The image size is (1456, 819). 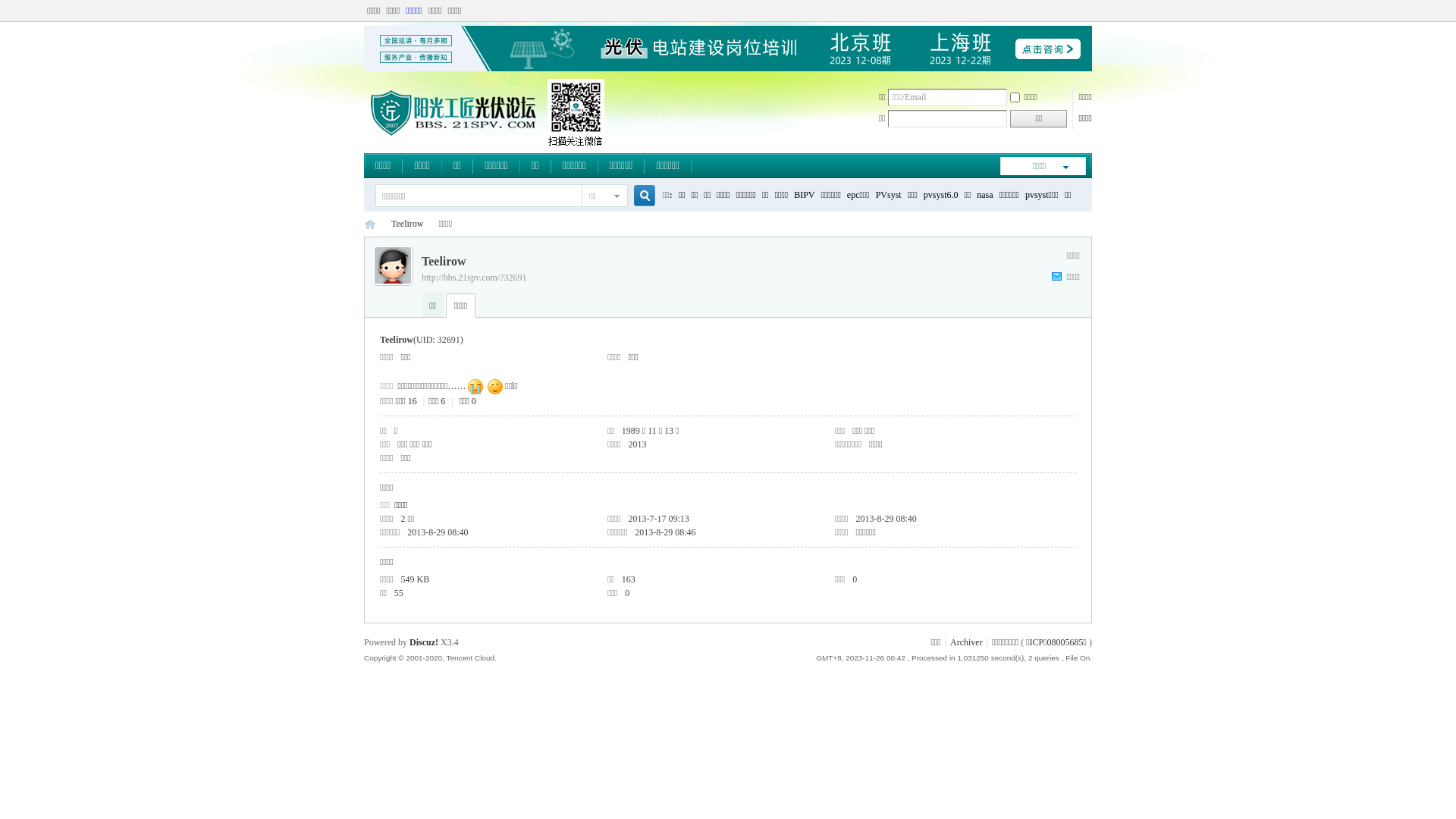 What do you see at coordinates (409, 642) in the screenshot?
I see `'Discuz!'` at bounding box center [409, 642].